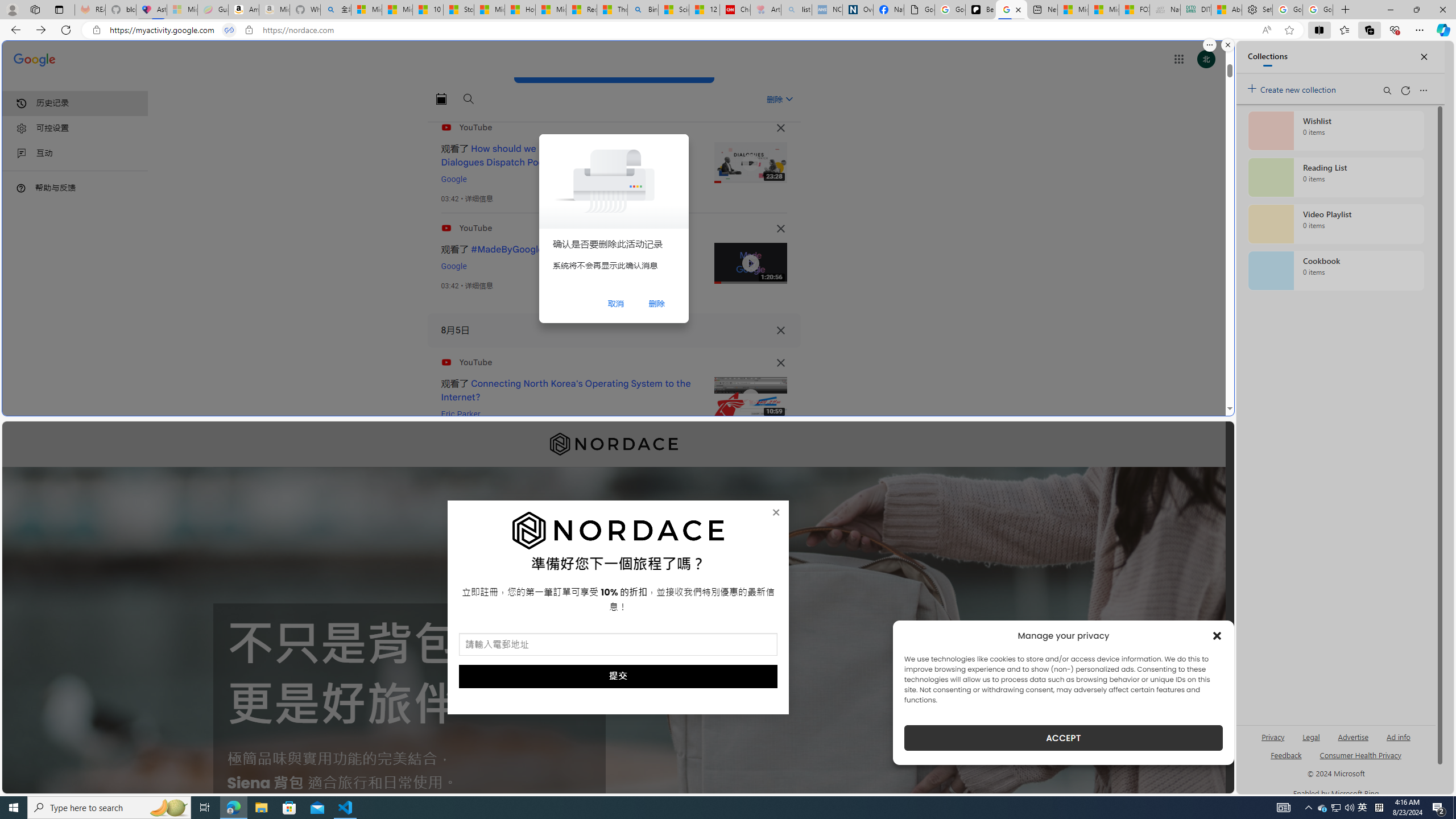 The height and width of the screenshot is (819, 1456). Describe the element at coordinates (919, 9) in the screenshot. I see `'Google Analytics Opt-out Browser Add-on Download Page'` at that location.